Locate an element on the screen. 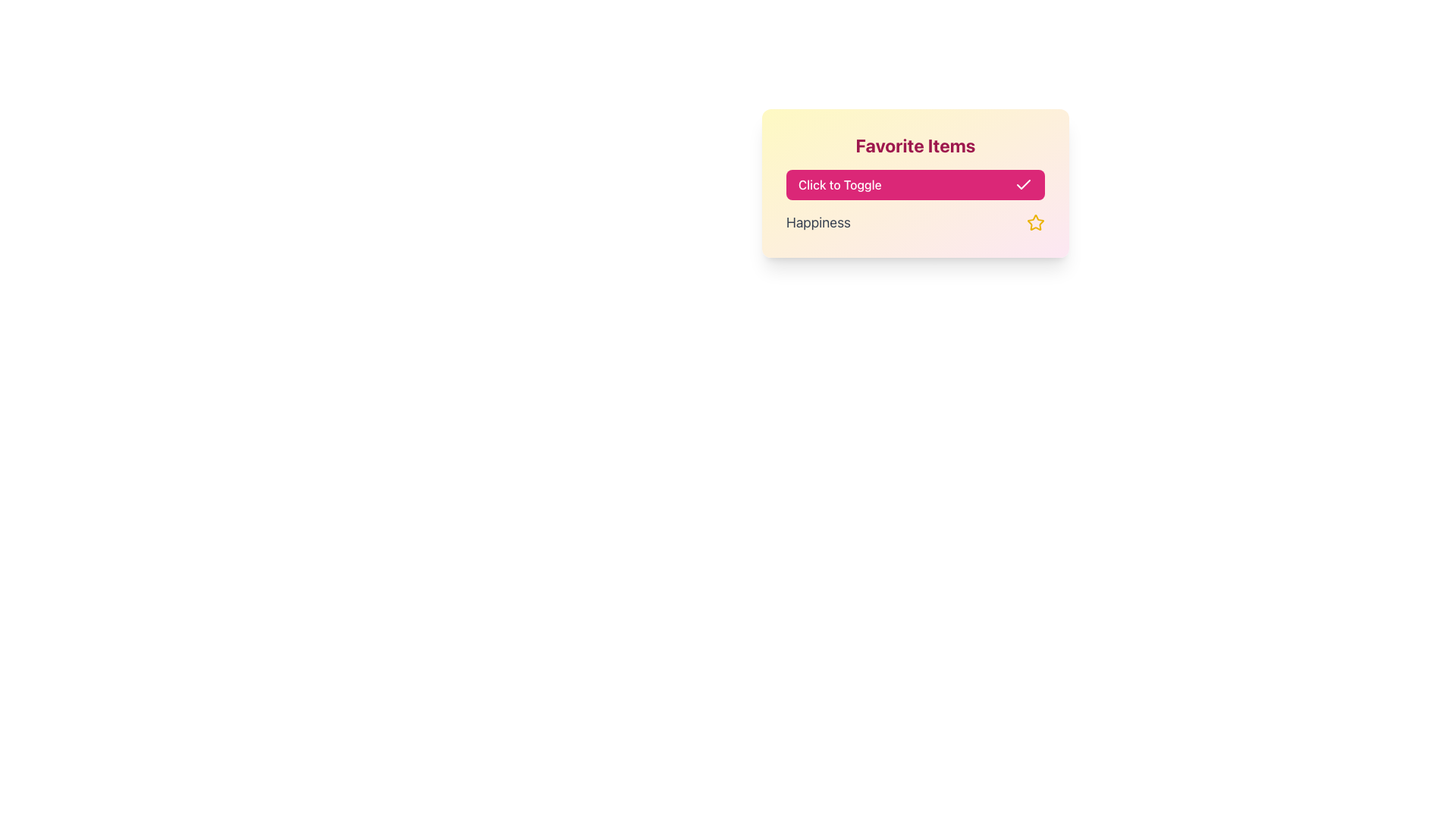 Image resolution: width=1456 pixels, height=819 pixels. the star icon located is located at coordinates (1035, 222).